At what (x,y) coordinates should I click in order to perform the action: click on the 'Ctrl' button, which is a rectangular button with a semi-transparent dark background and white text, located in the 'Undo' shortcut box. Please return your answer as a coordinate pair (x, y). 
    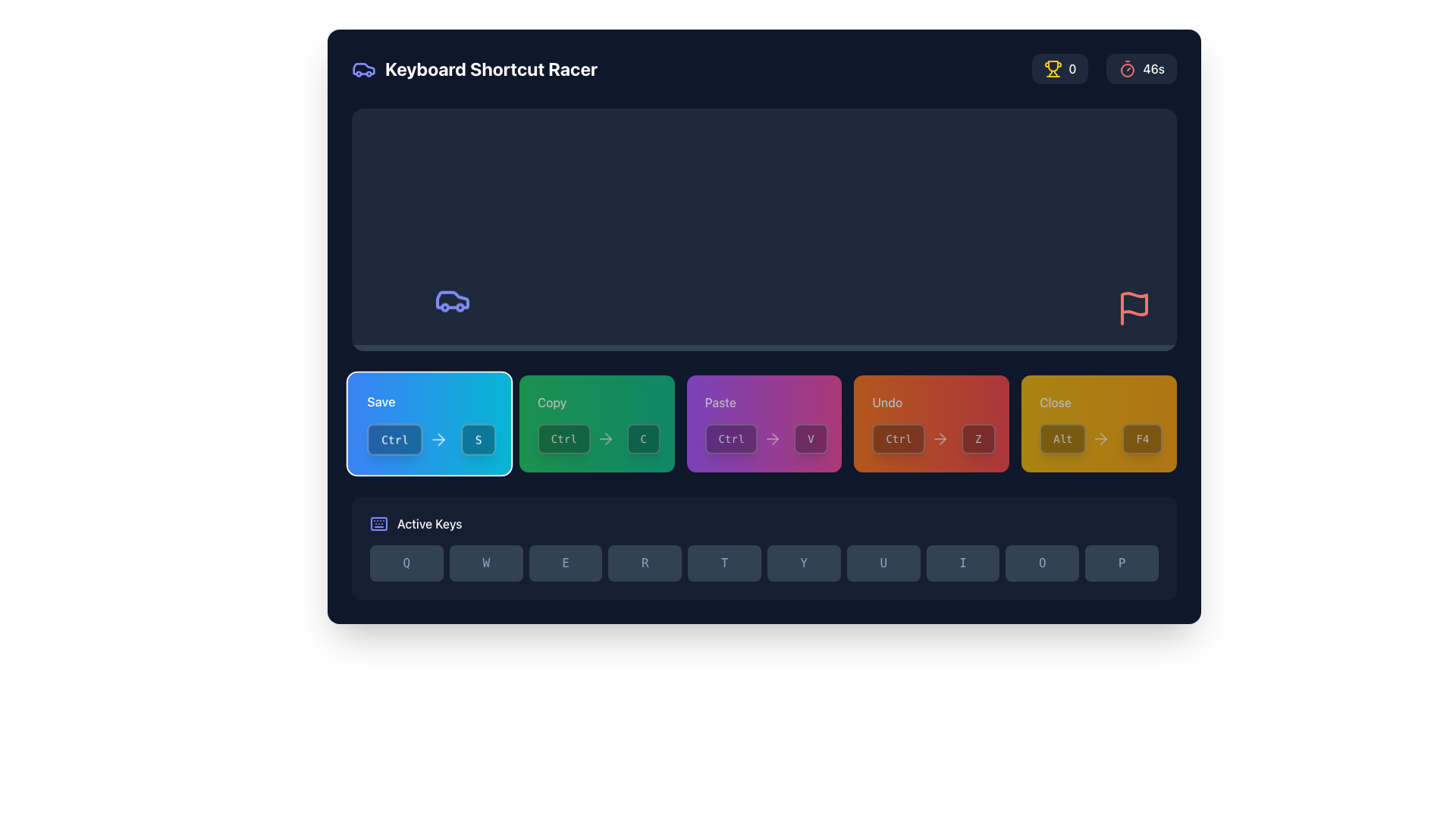
    Looking at the image, I should click on (913, 438).